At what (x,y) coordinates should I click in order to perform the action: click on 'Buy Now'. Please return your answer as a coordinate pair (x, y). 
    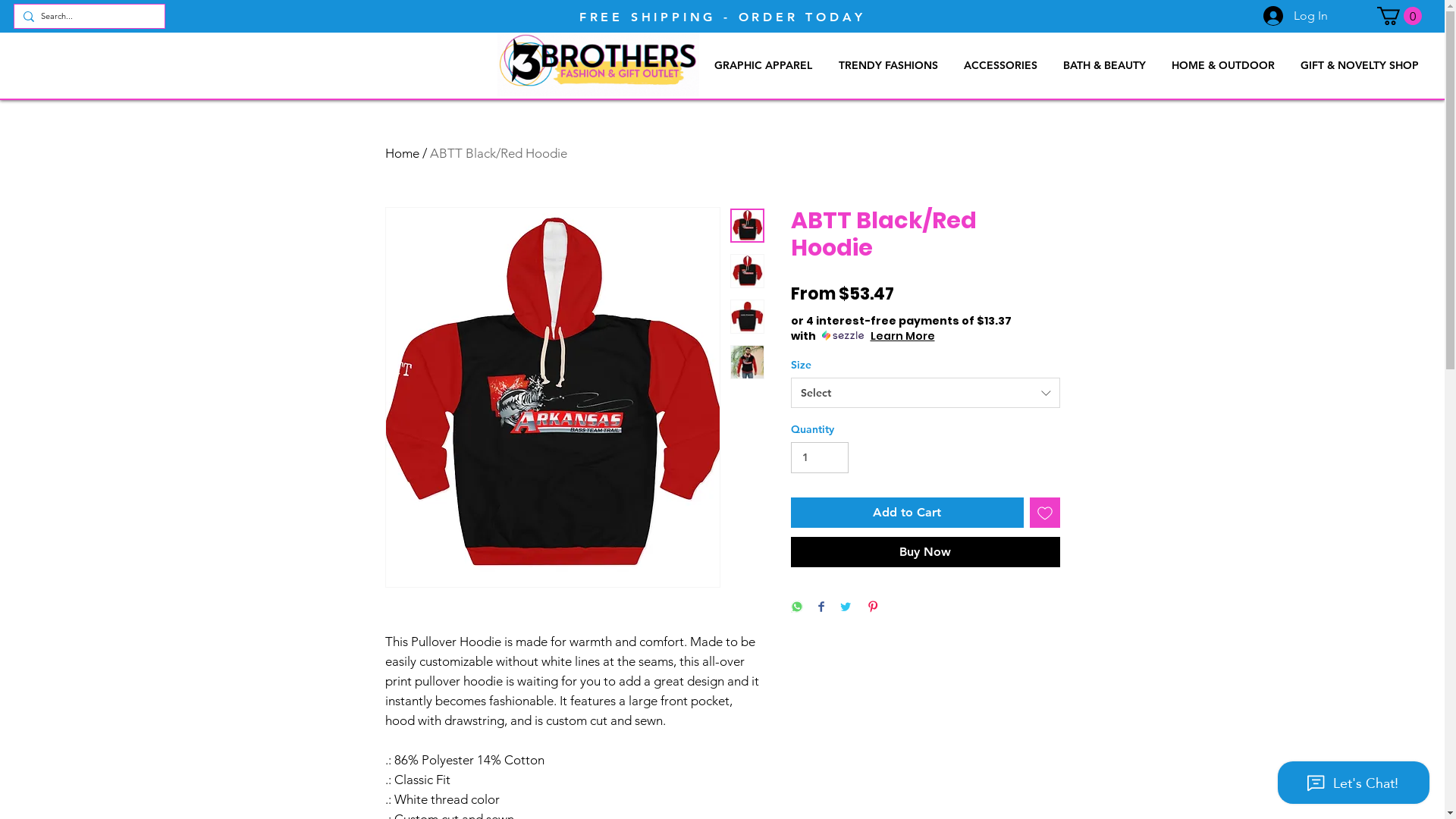
    Looking at the image, I should click on (924, 552).